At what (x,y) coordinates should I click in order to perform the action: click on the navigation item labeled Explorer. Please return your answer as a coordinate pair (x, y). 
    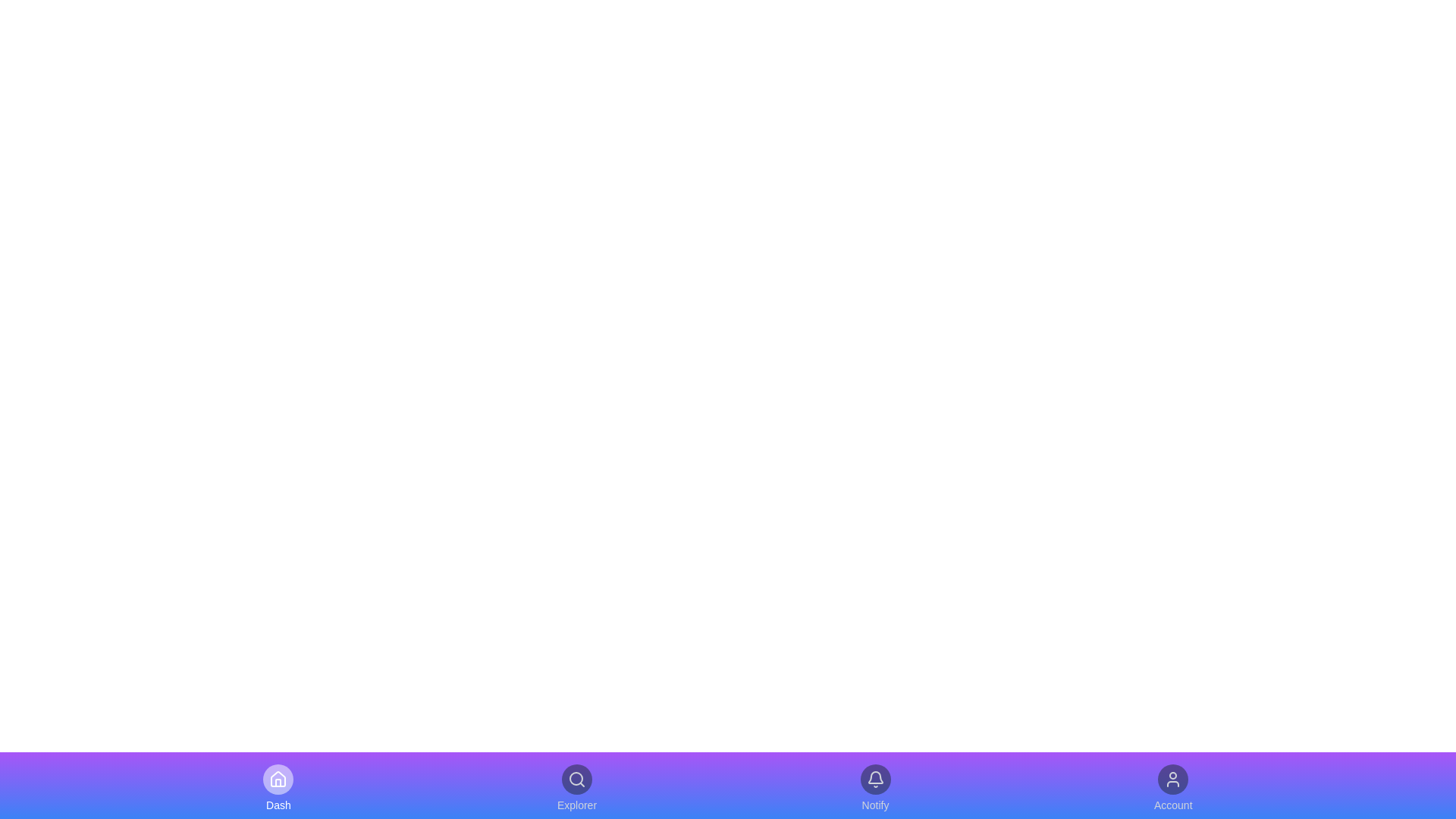
    Looking at the image, I should click on (576, 788).